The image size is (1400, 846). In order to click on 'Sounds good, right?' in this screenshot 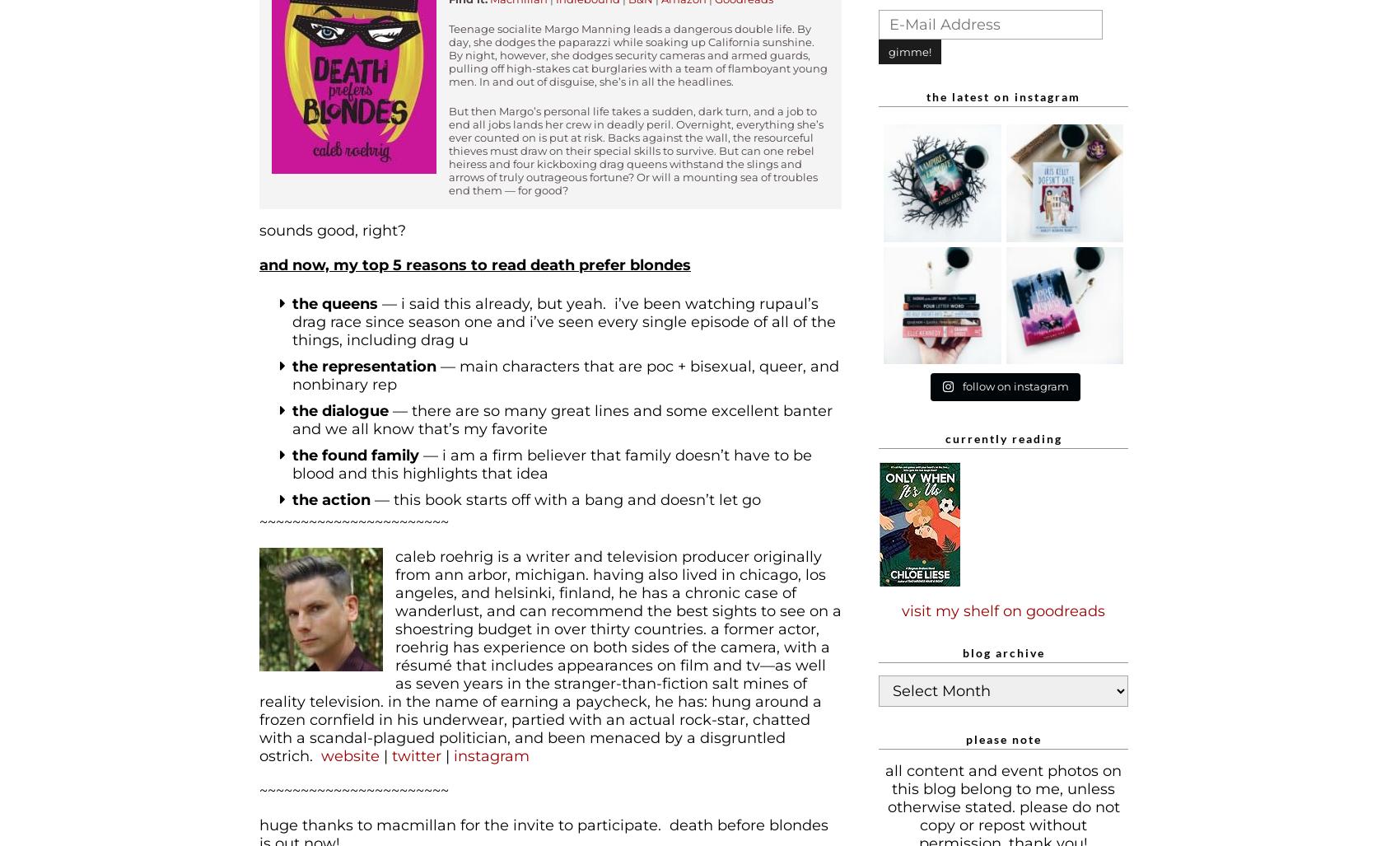, I will do `click(331, 230)`.